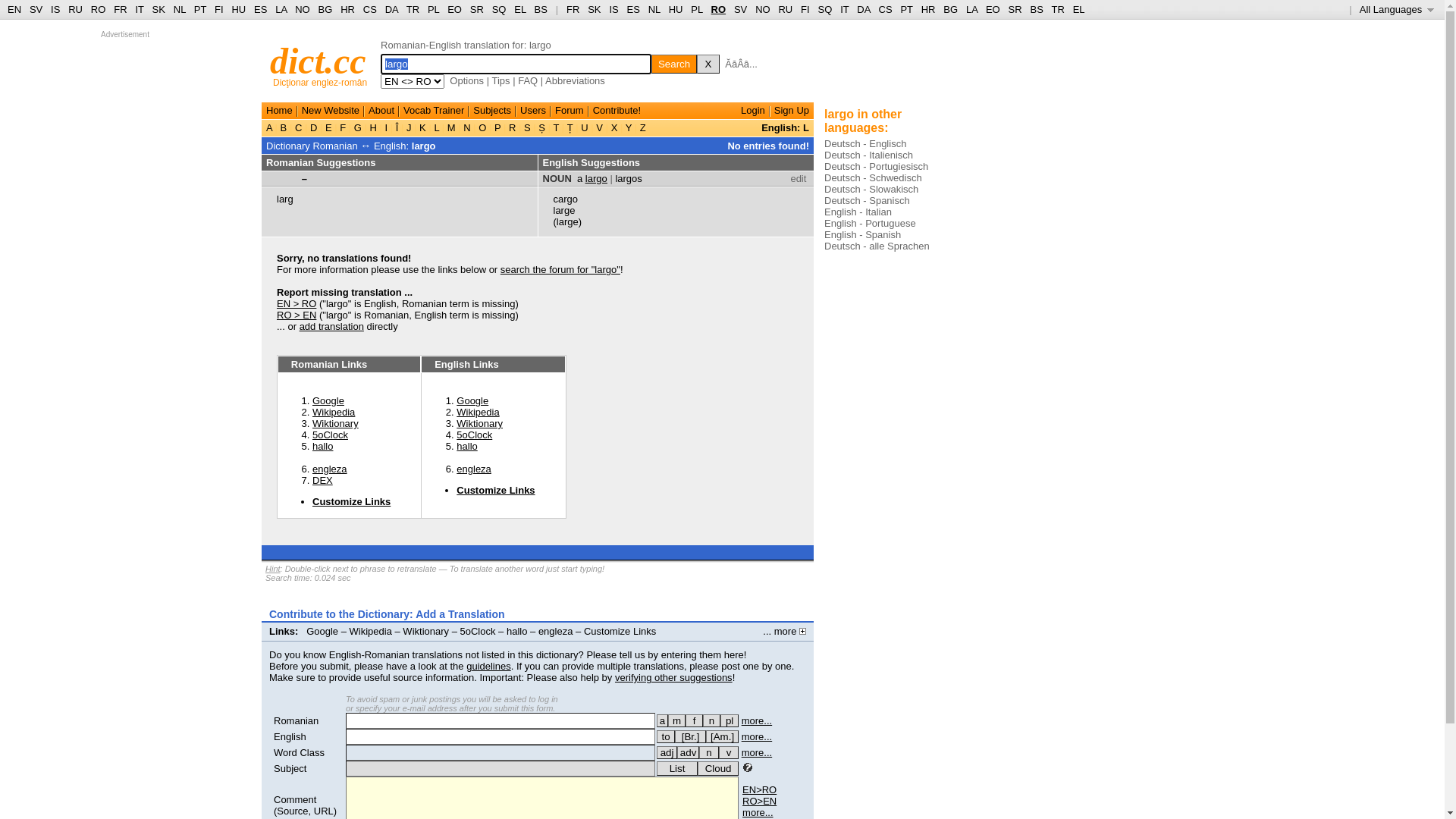 This screenshot has width=1456, height=819. What do you see at coordinates (741, 109) in the screenshot?
I see `'Login'` at bounding box center [741, 109].